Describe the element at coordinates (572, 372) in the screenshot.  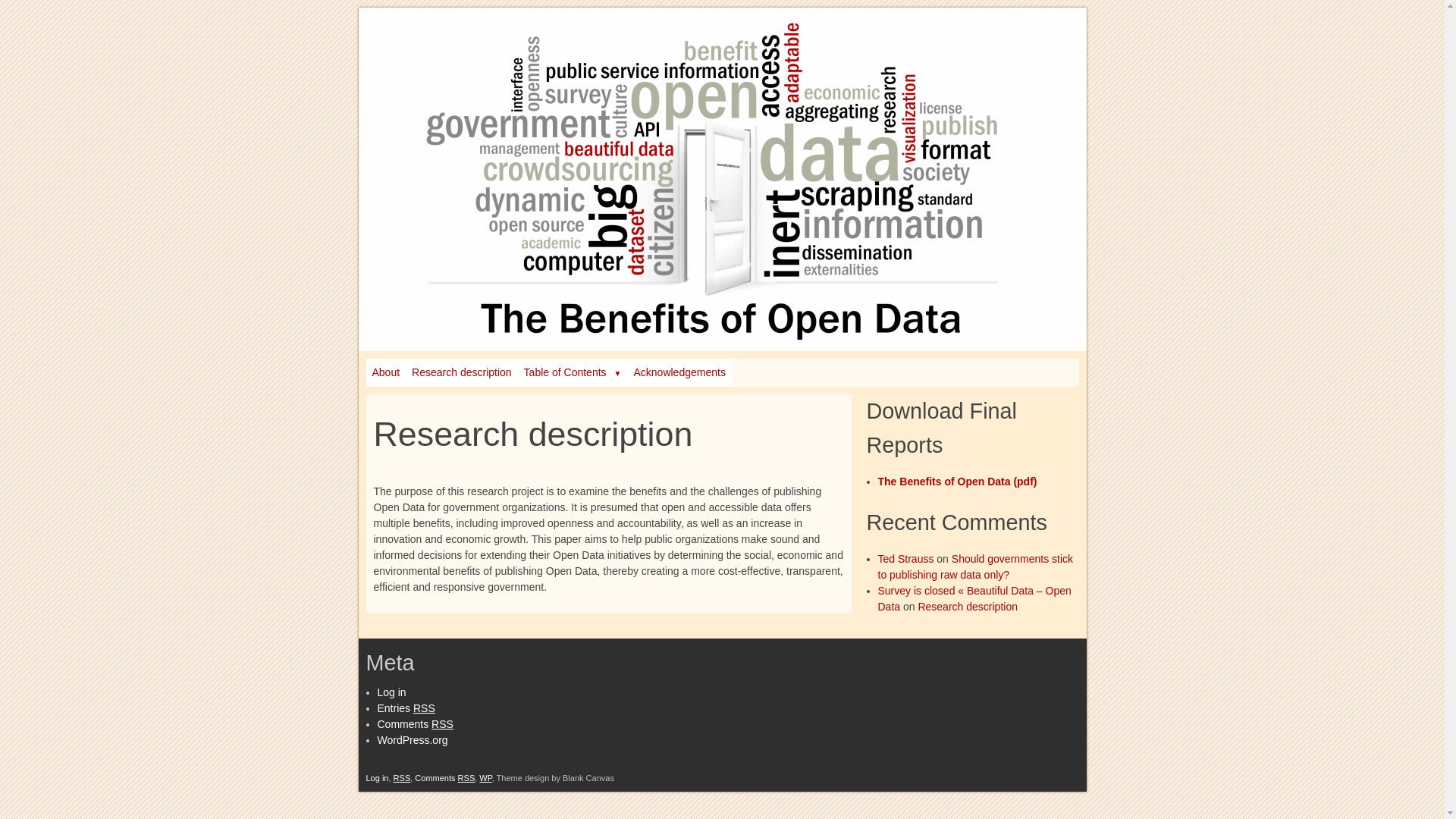
I see `'Table of Contents'` at that location.